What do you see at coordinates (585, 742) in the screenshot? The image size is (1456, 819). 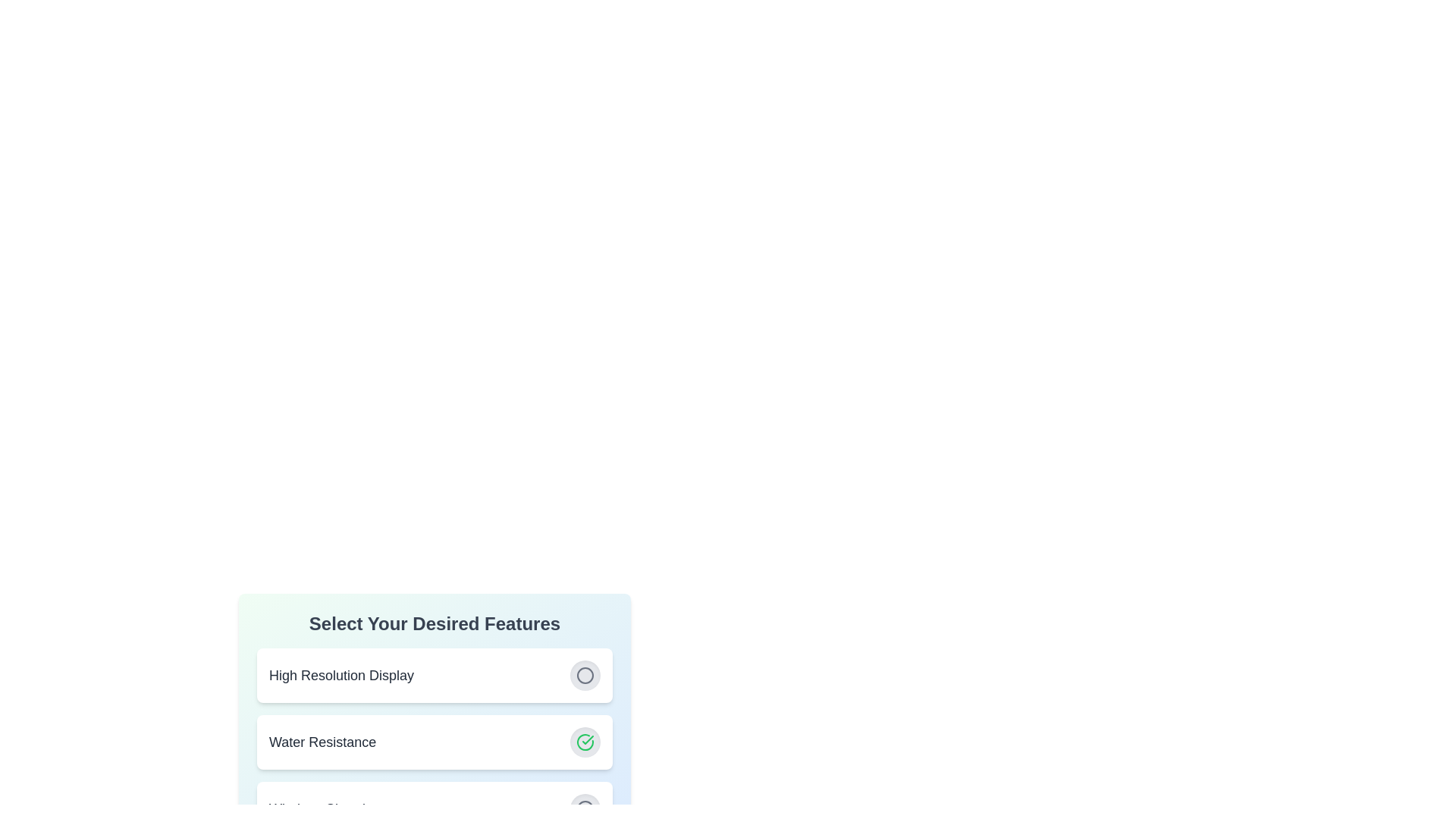 I see `the selected state icon for the 'Water Resistance' feature` at bounding box center [585, 742].